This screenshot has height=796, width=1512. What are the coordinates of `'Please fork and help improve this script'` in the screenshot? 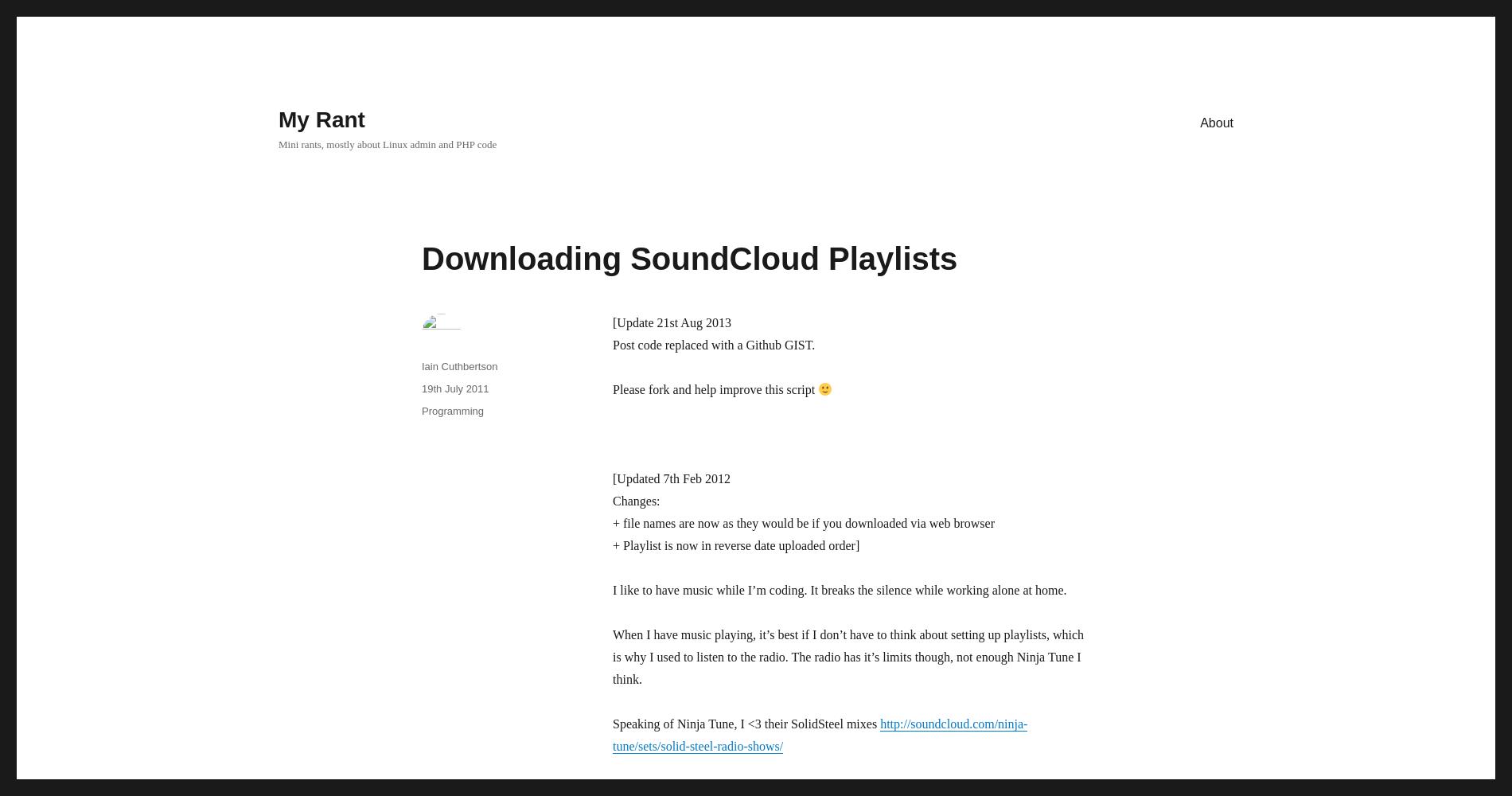 It's located at (715, 388).